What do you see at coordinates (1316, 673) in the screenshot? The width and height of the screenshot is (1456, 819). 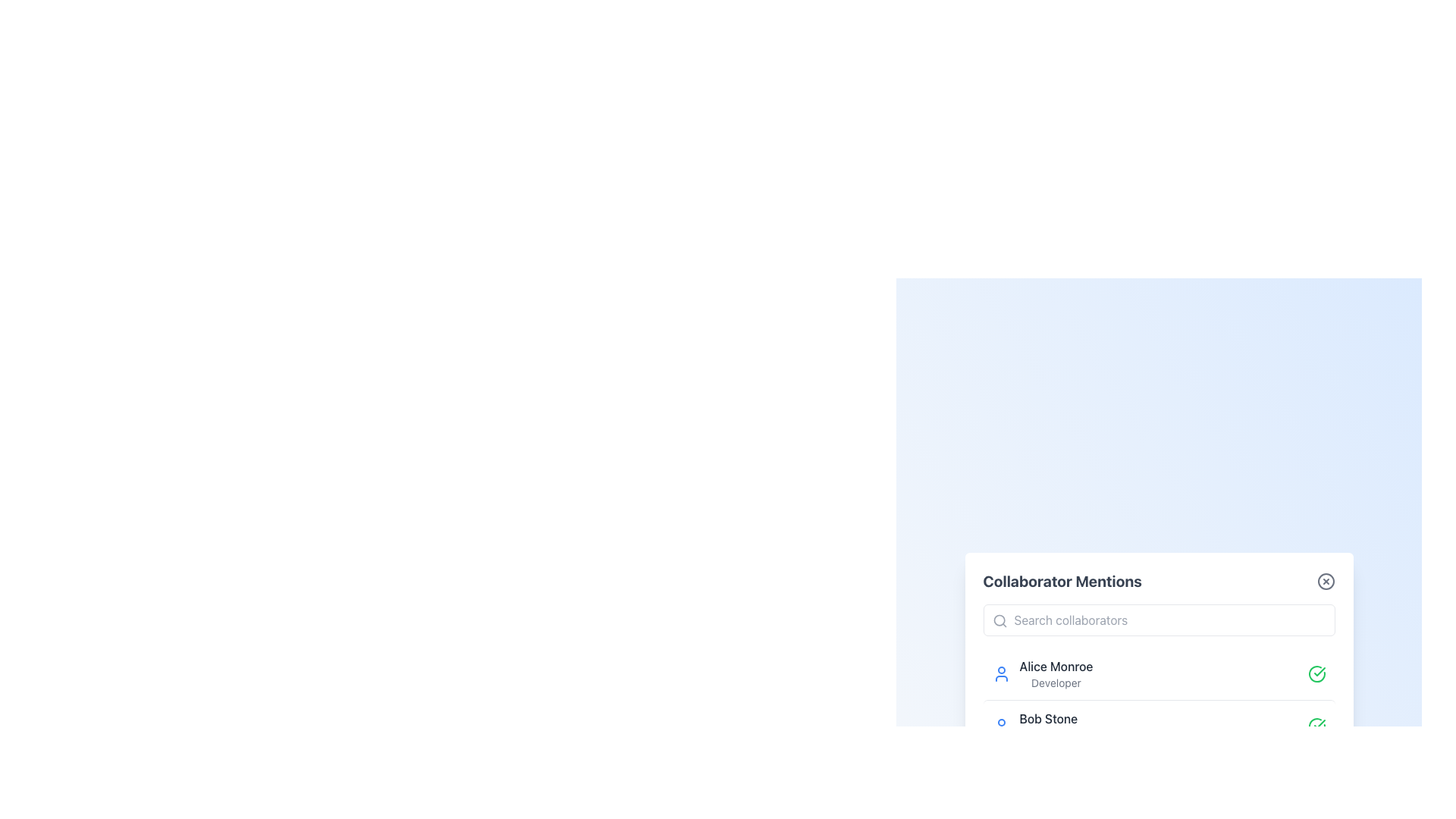 I see `the status icon indicating selection or confirmation for the entry labeled 'Alice Monroe Developer', which is positioned at the far right of the entry` at bounding box center [1316, 673].